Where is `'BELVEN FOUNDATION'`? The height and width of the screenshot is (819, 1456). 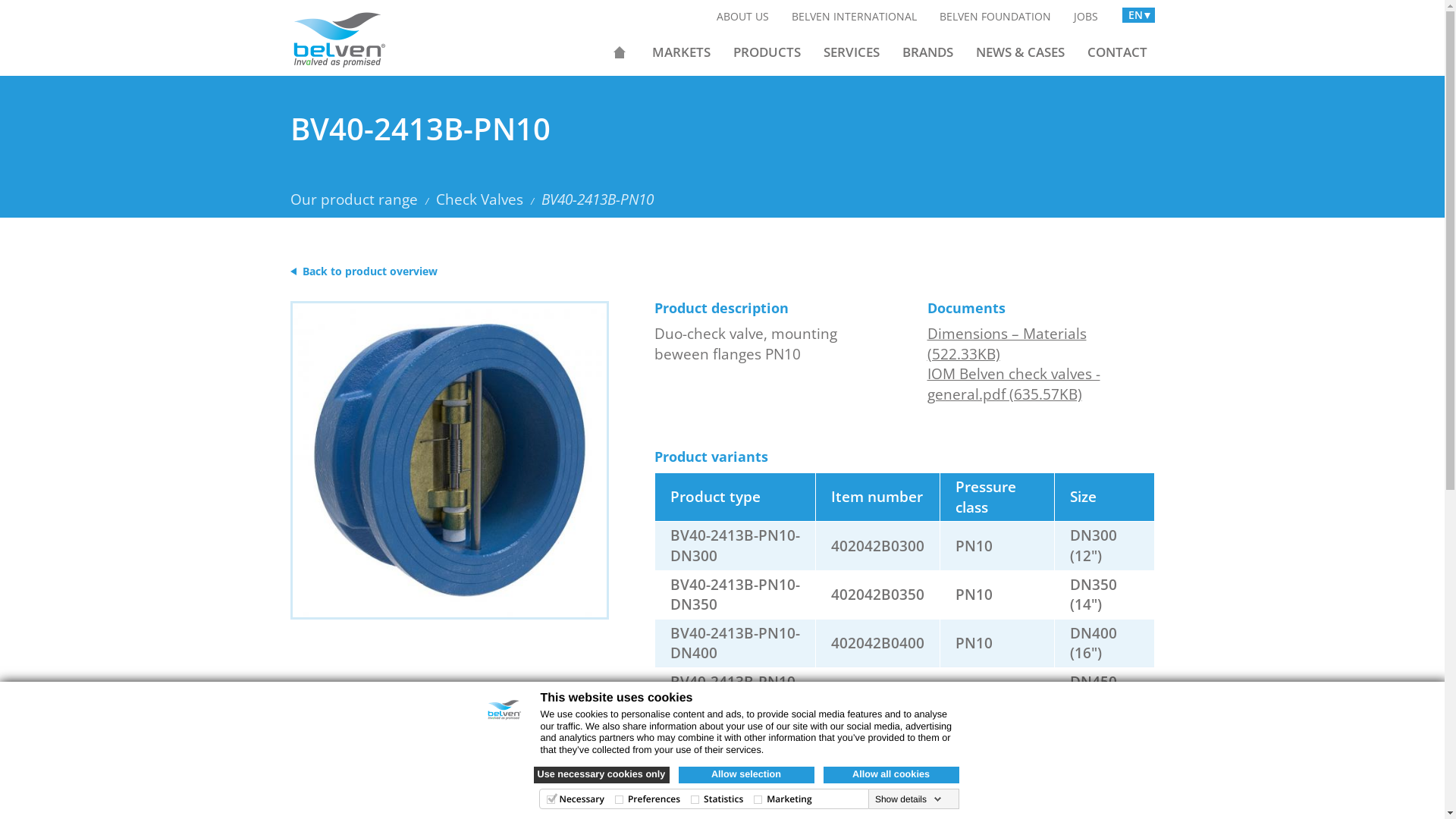 'BELVEN FOUNDATION' is located at coordinates (995, 17).